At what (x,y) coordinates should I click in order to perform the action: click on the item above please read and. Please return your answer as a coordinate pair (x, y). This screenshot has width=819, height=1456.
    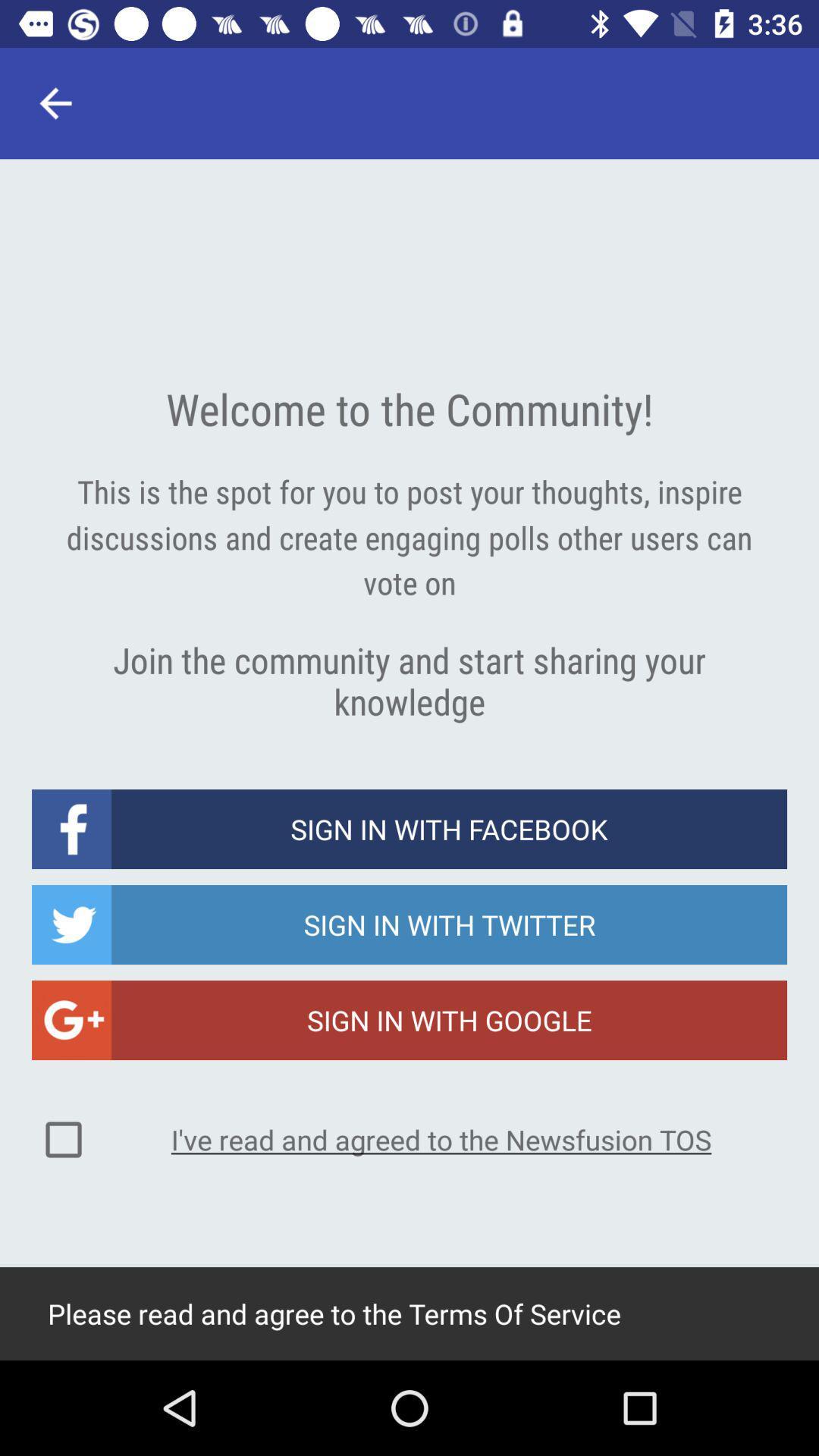
    Looking at the image, I should click on (63, 1139).